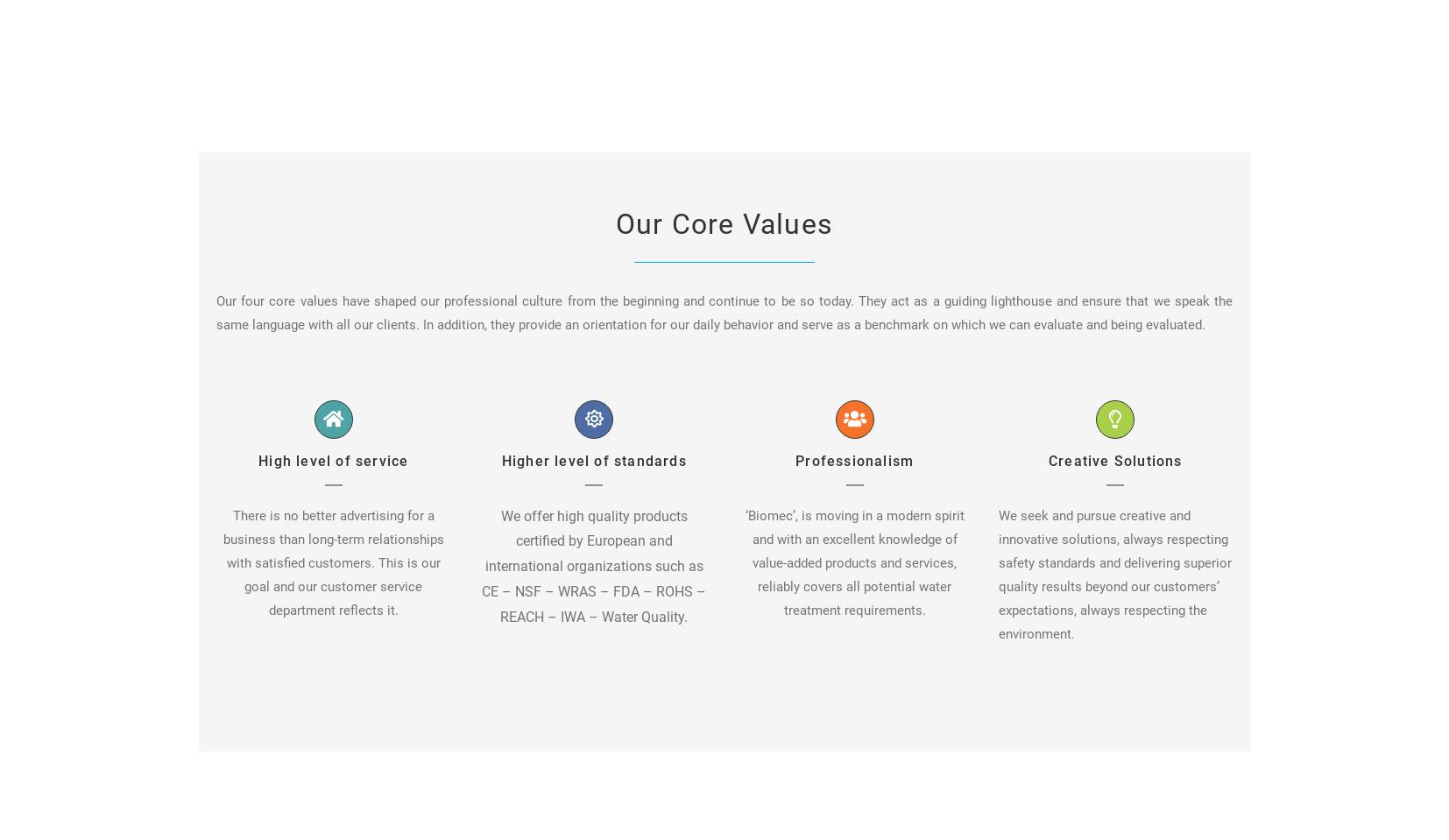  What do you see at coordinates (332, 460) in the screenshot?
I see `'High level of service'` at bounding box center [332, 460].